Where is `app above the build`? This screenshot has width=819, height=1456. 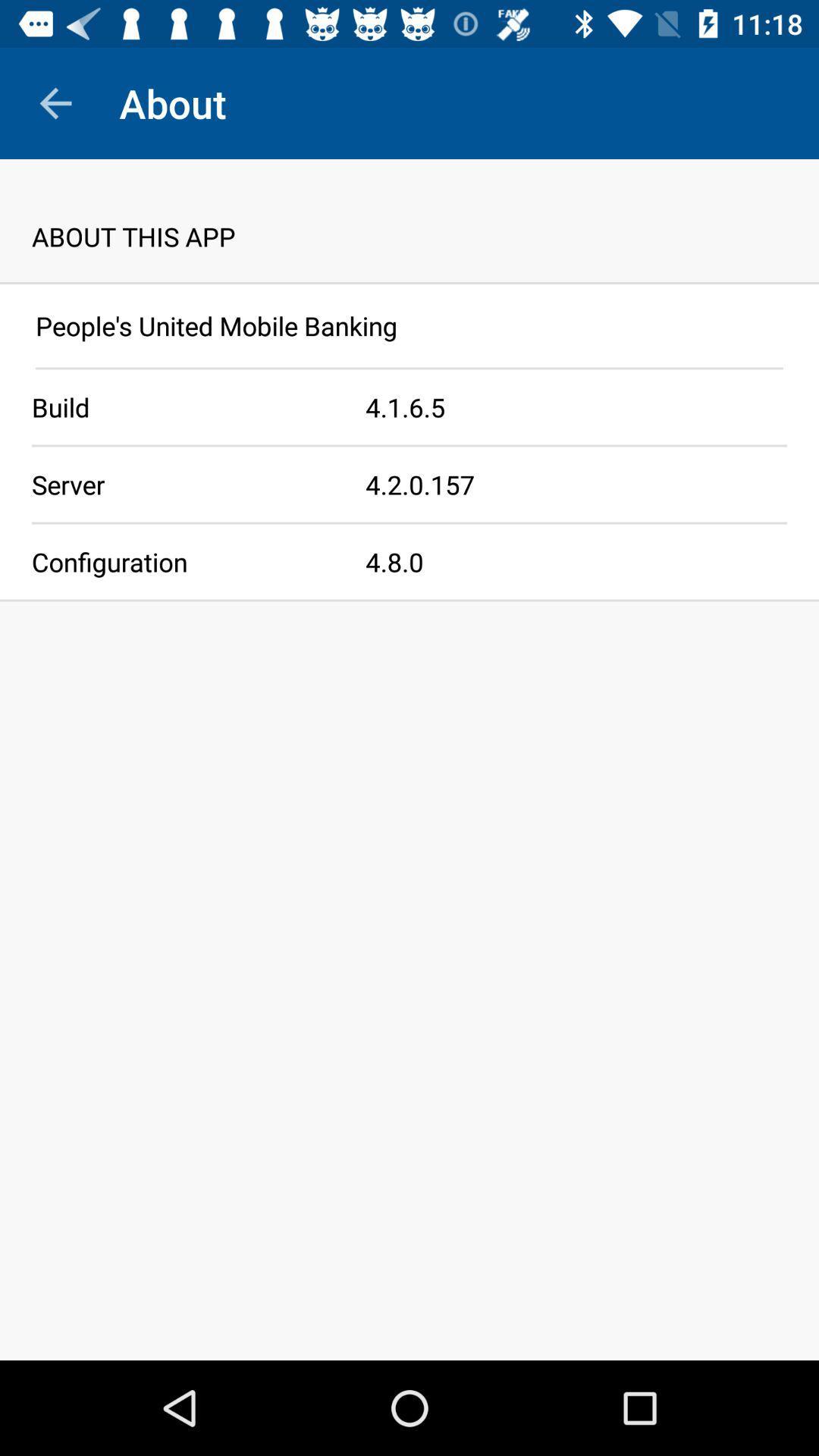
app above the build is located at coordinates (409, 368).